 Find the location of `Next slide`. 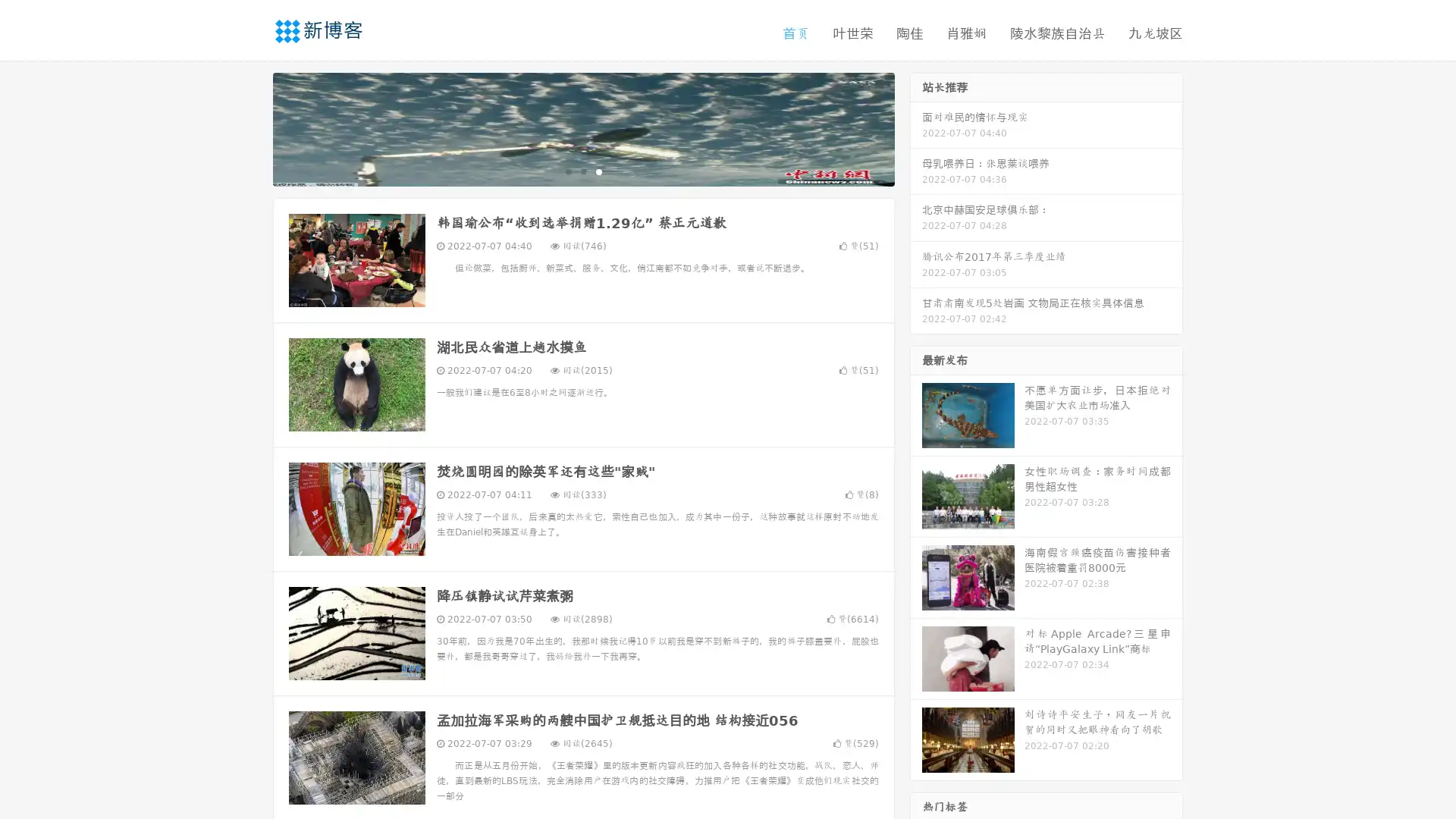

Next slide is located at coordinates (916, 127).